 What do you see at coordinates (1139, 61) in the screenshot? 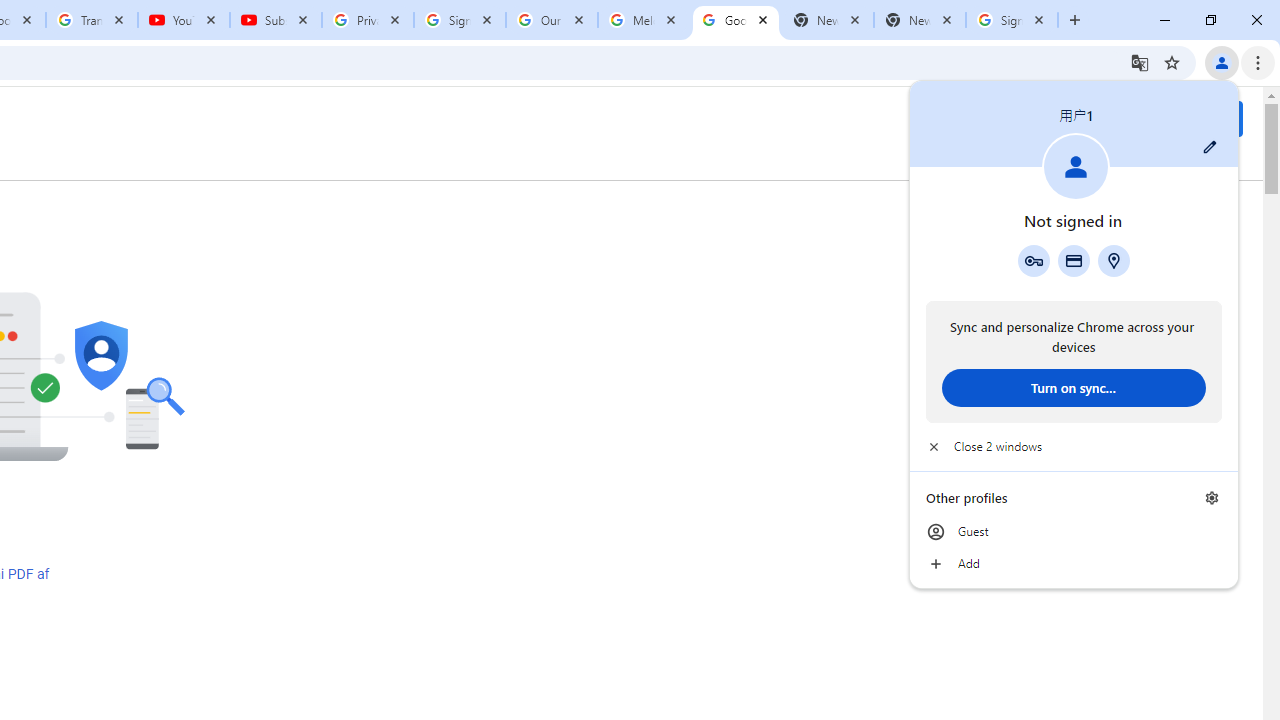
I see `'Translate this page'` at bounding box center [1139, 61].